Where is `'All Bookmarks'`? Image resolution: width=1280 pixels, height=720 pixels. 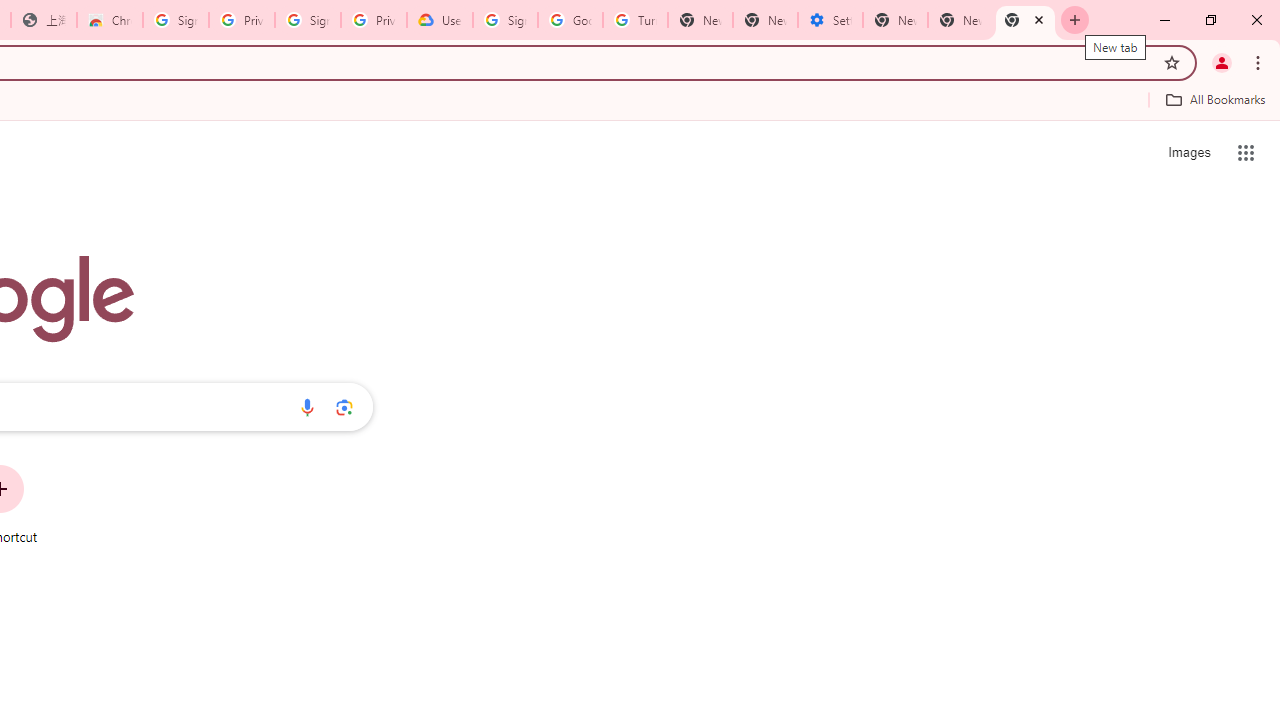
'All Bookmarks' is located at coordinates (1214, 99).